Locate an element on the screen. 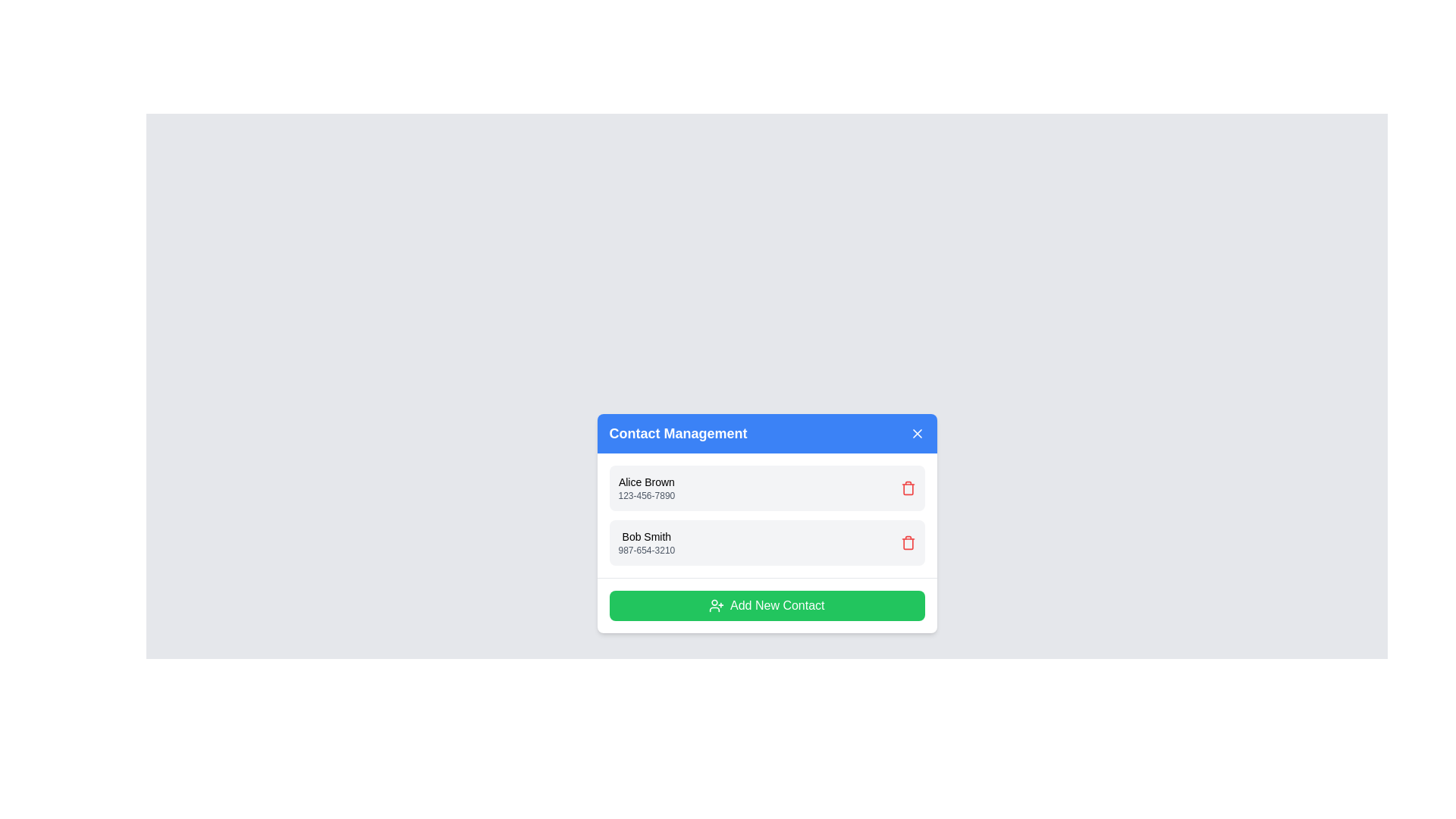  the contact details of Bob Smith is located at coordinates (646, 535).